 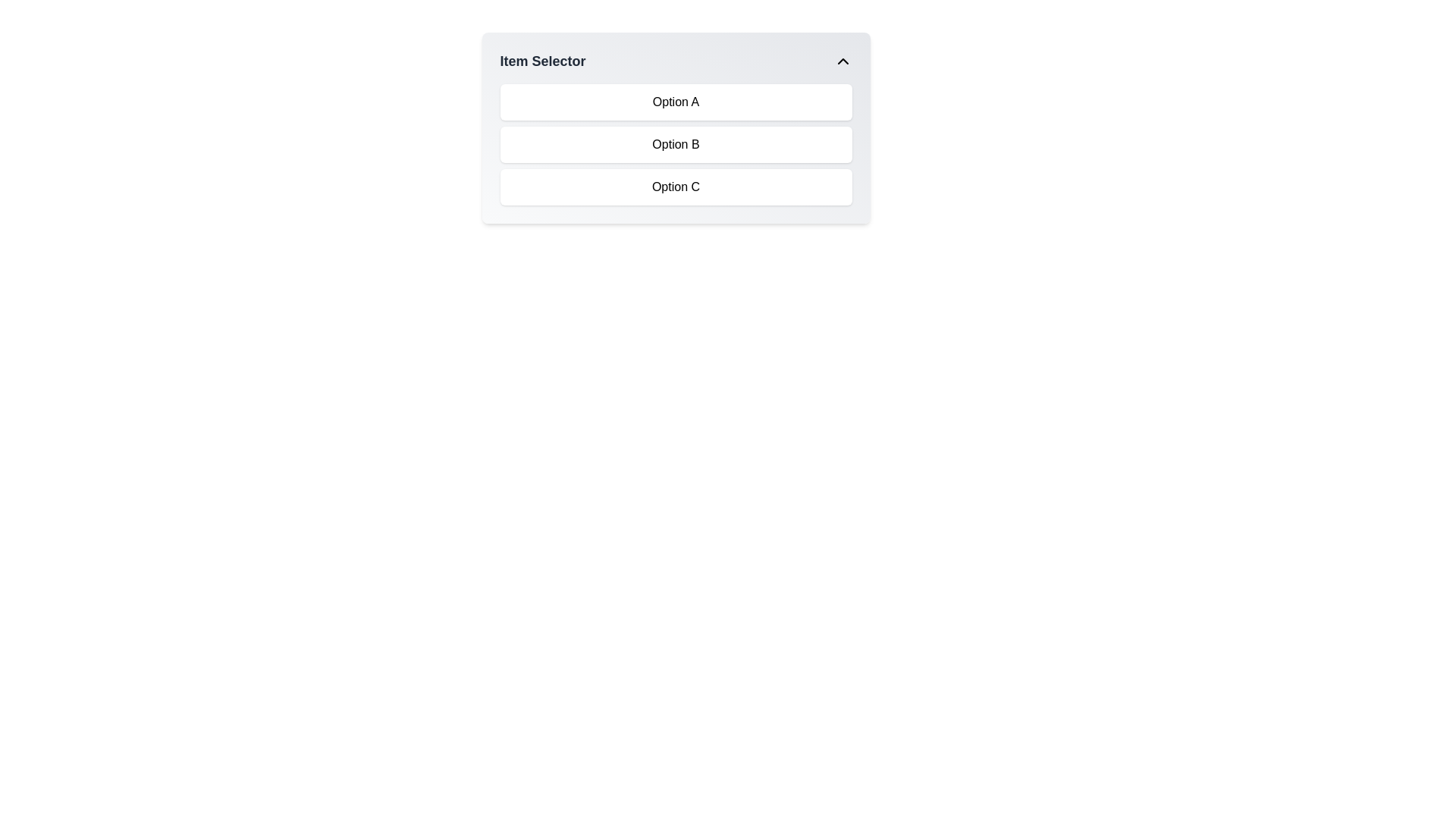 I want to click on the 'Option C' button located at the center of the third item in the vertical list under 'Item Selector', so click(x=675, y=186).